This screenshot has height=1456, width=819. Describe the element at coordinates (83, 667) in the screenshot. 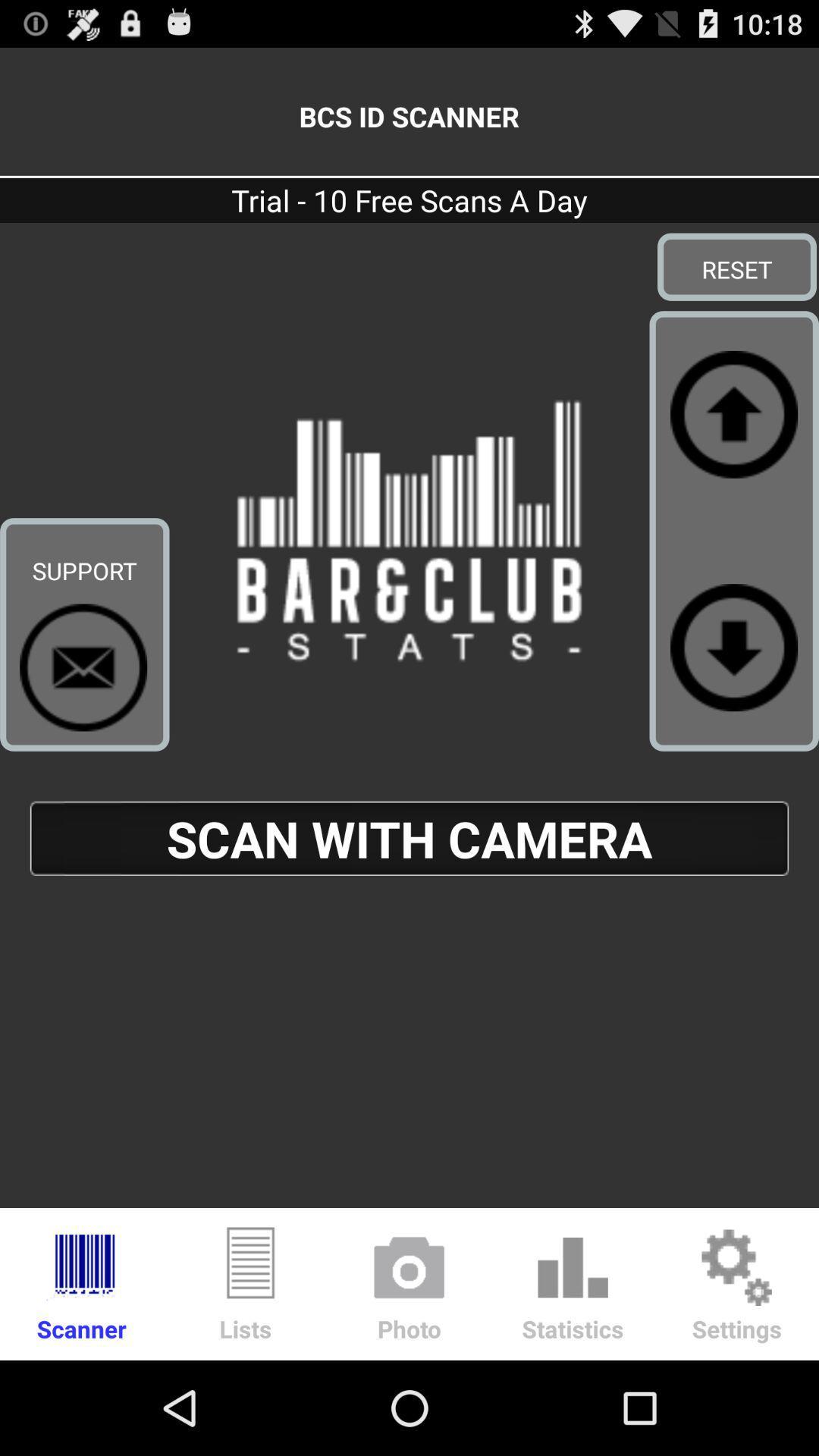

I see `send email` at that location.